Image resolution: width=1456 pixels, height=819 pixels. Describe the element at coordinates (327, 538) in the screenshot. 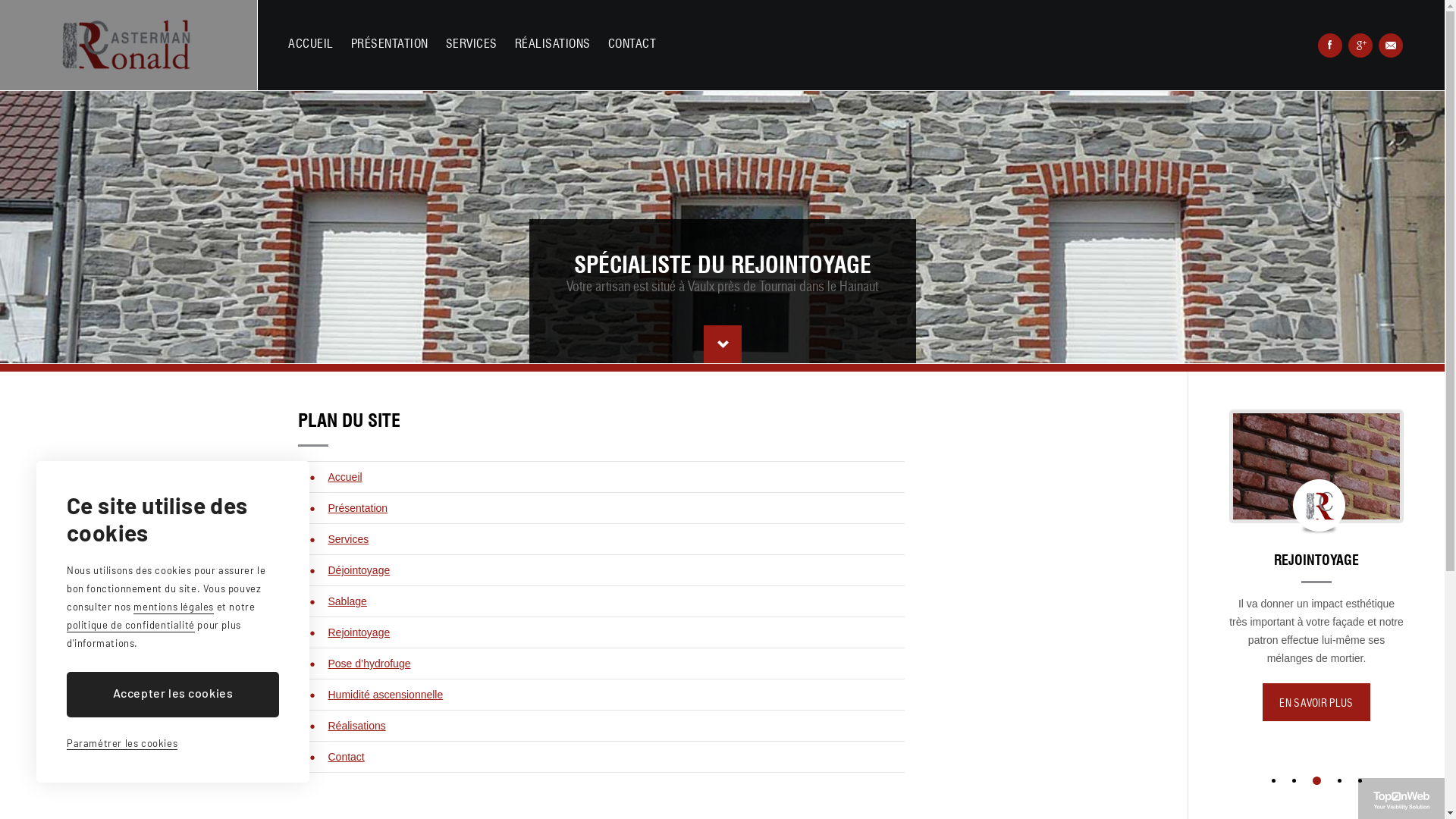

I see `'Services'` at that location.